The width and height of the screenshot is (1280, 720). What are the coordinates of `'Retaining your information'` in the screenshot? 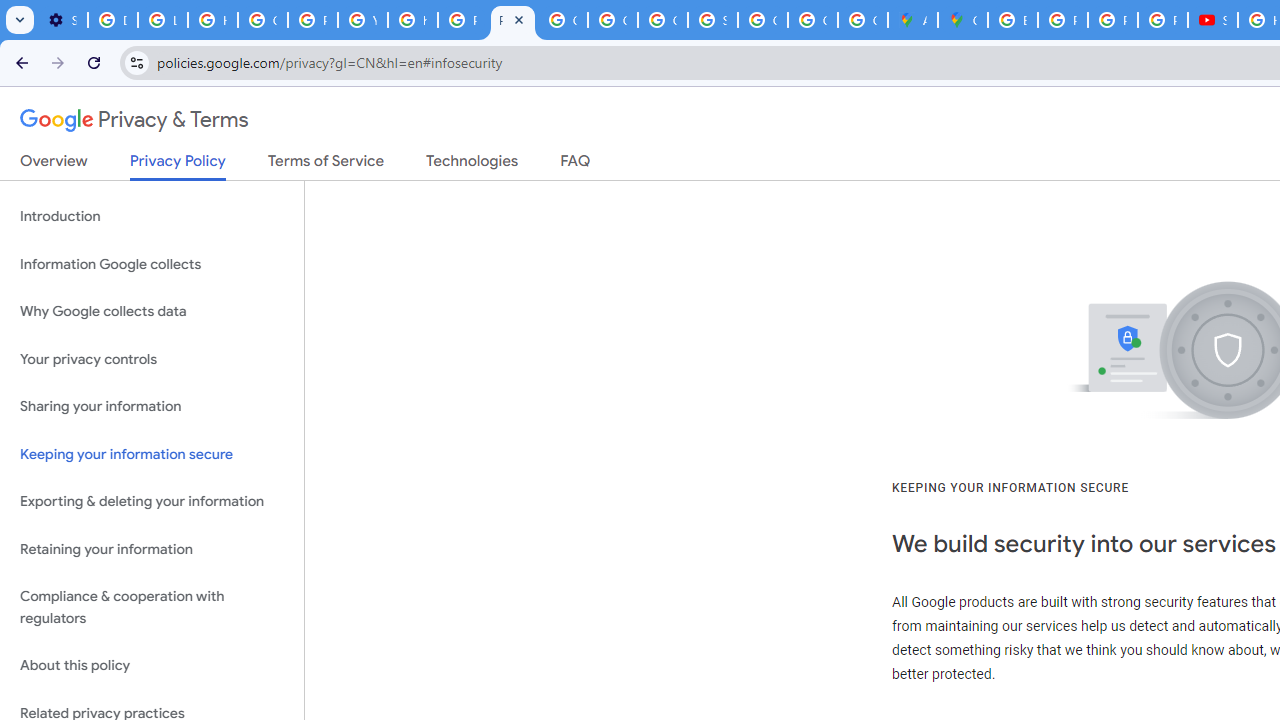 It's located at (151, 549).